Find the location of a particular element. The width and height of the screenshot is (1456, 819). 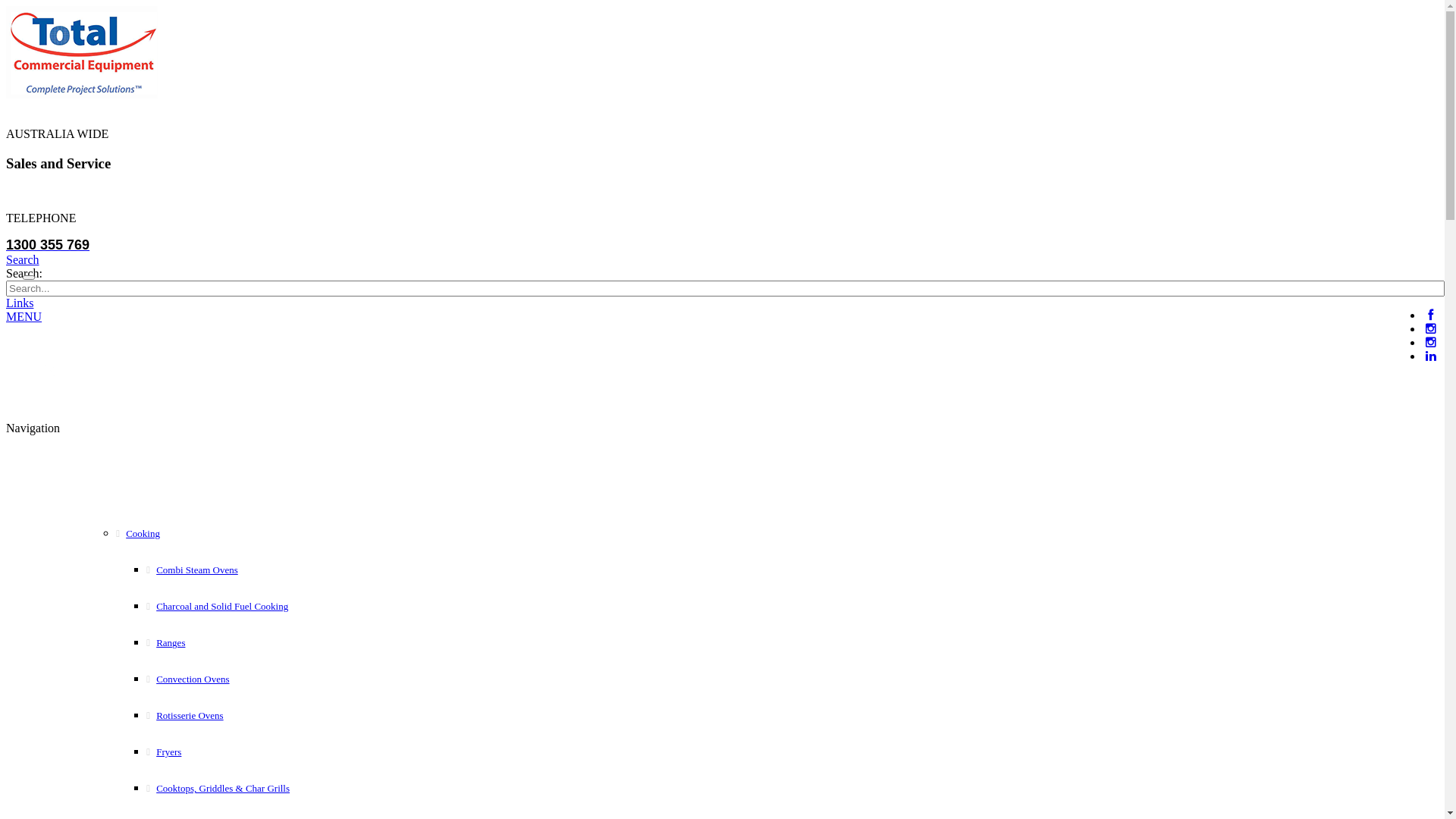

'1300 355 769' is located at coordinates (6, 244).